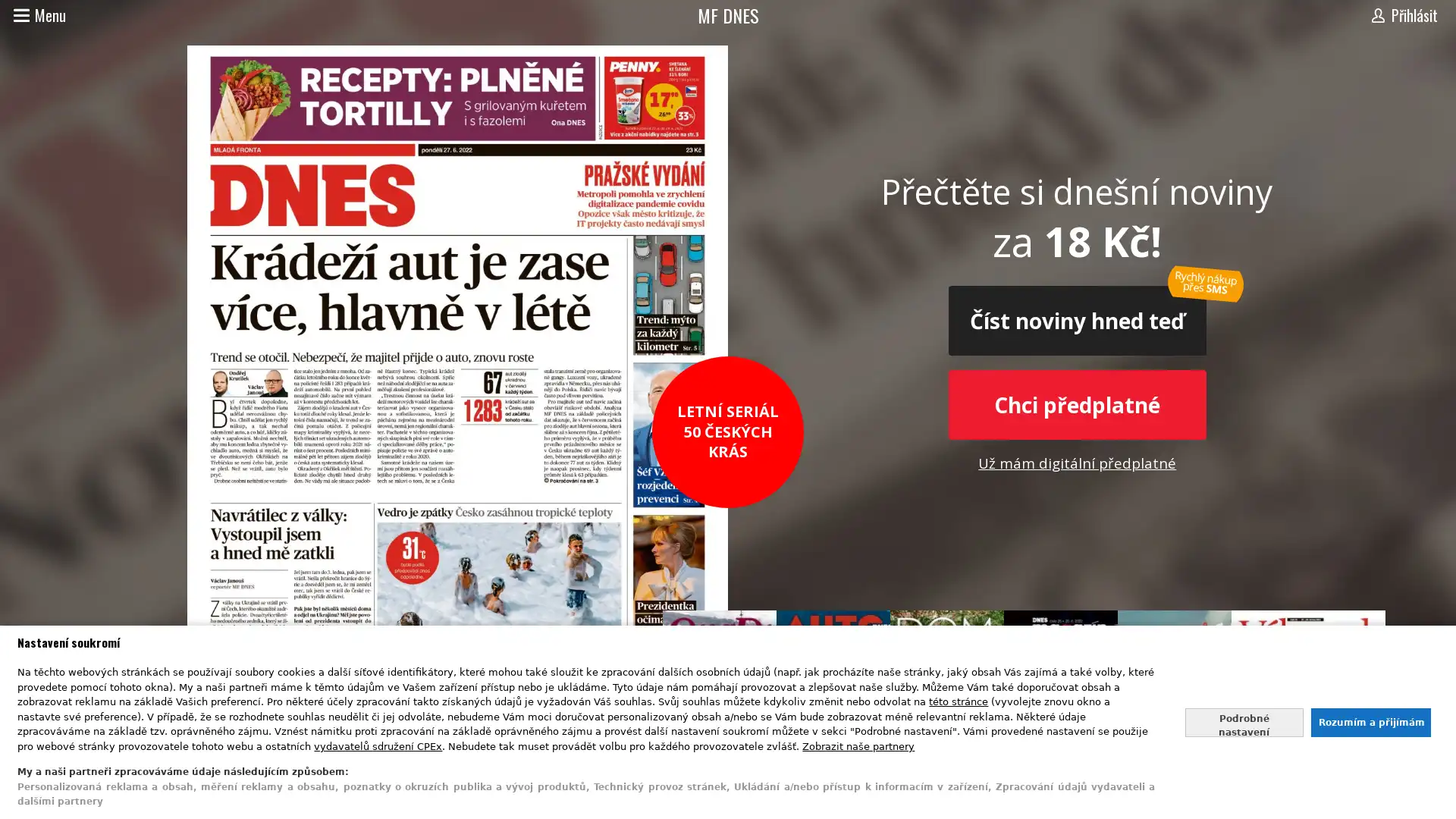  What do you see at coordinates (1244, 721) in the screenshot?
I see `Nastavte sve souhlasy` at bounding box center [1244, 721].